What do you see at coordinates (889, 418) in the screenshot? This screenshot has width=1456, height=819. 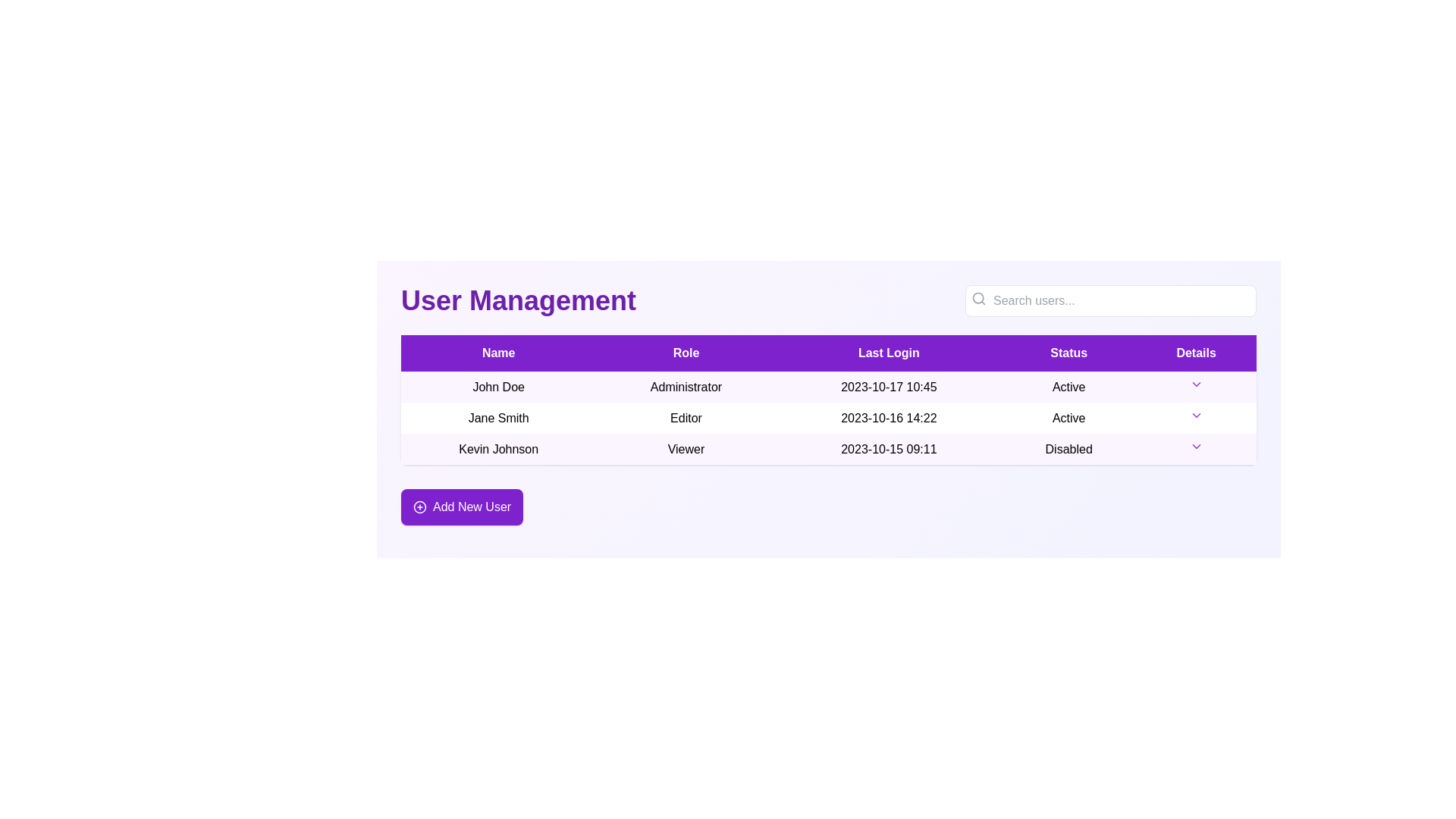 I see `the 'Last Login' timestamp label displaying '2023-10-16 14:22' for the user 'Jane Smith' in the second row of the table` at bounding box center [889, 418].